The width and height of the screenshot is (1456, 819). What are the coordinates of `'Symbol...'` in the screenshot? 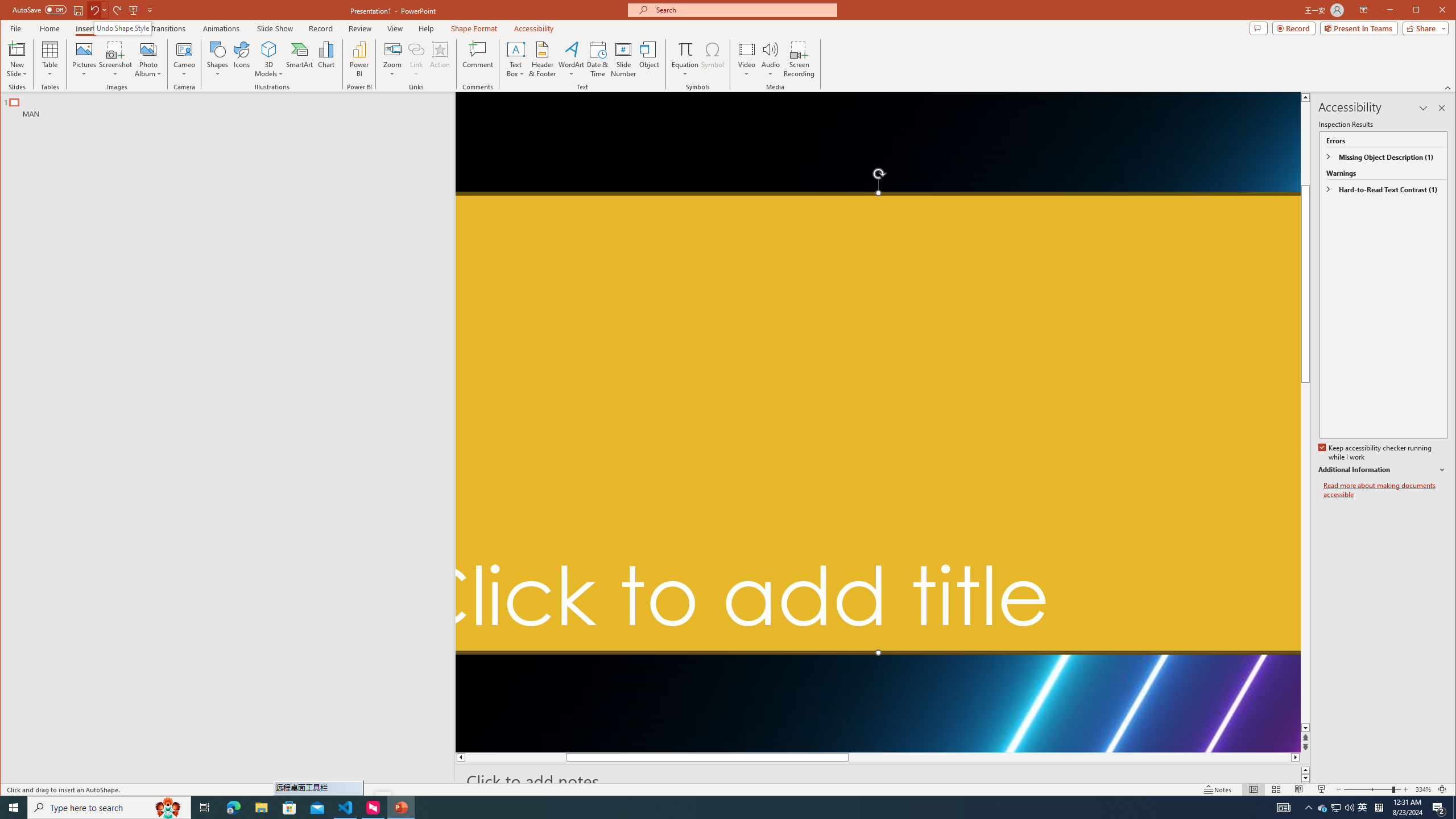 It's located at (712, 59).